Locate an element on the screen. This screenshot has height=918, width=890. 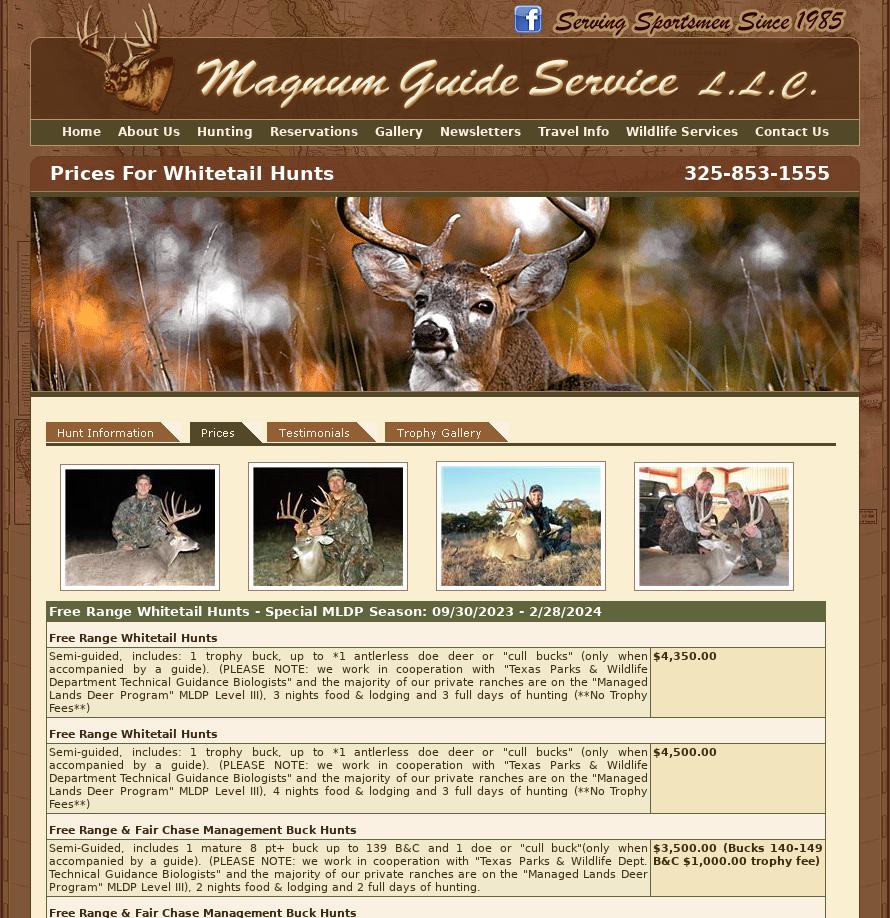
'Free Range & Fair Chase Management Buck Hunts' is located at coordinates (203, 830).